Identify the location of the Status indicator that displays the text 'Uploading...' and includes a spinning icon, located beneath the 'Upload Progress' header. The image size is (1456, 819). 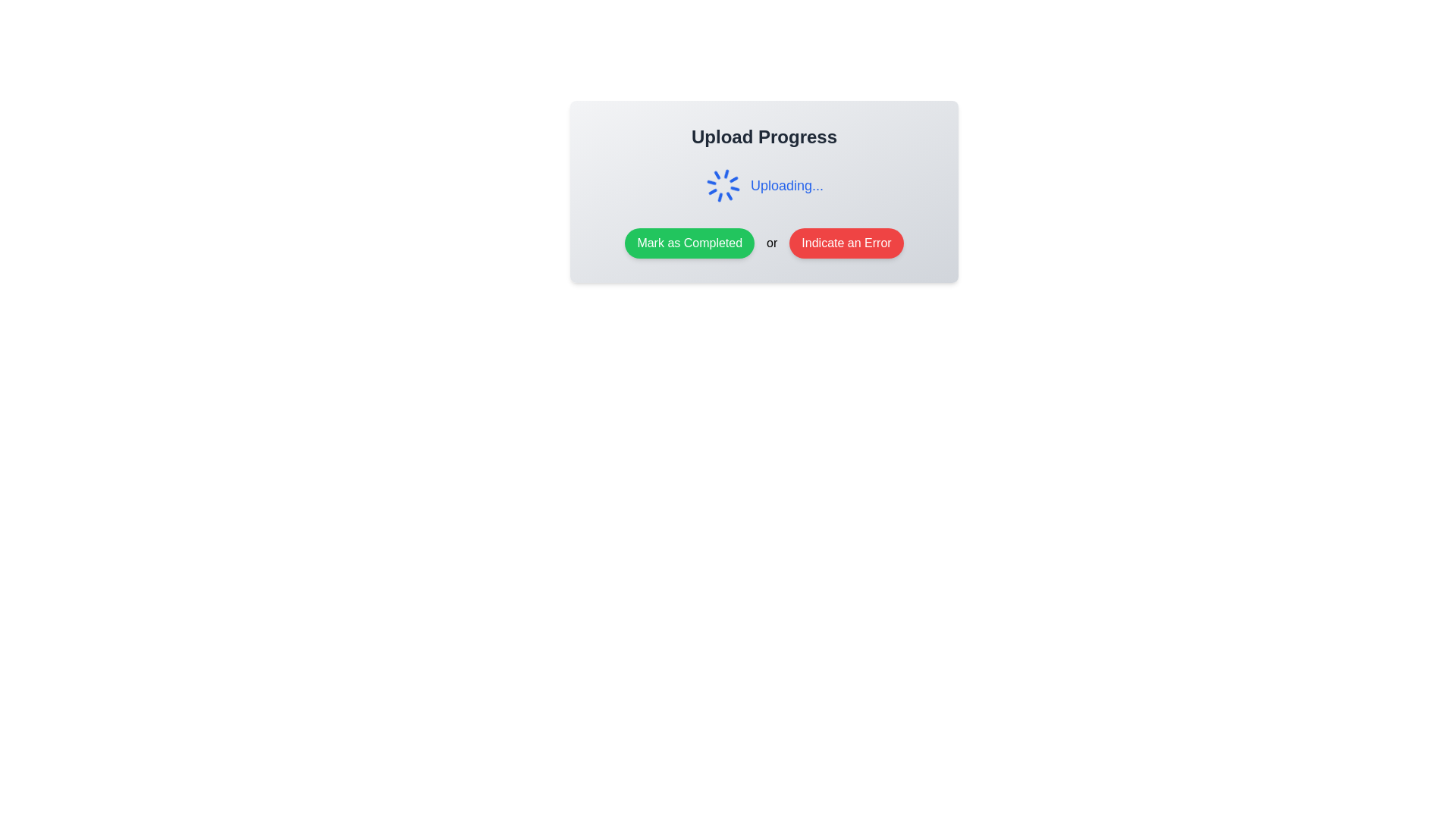
(764, 185).